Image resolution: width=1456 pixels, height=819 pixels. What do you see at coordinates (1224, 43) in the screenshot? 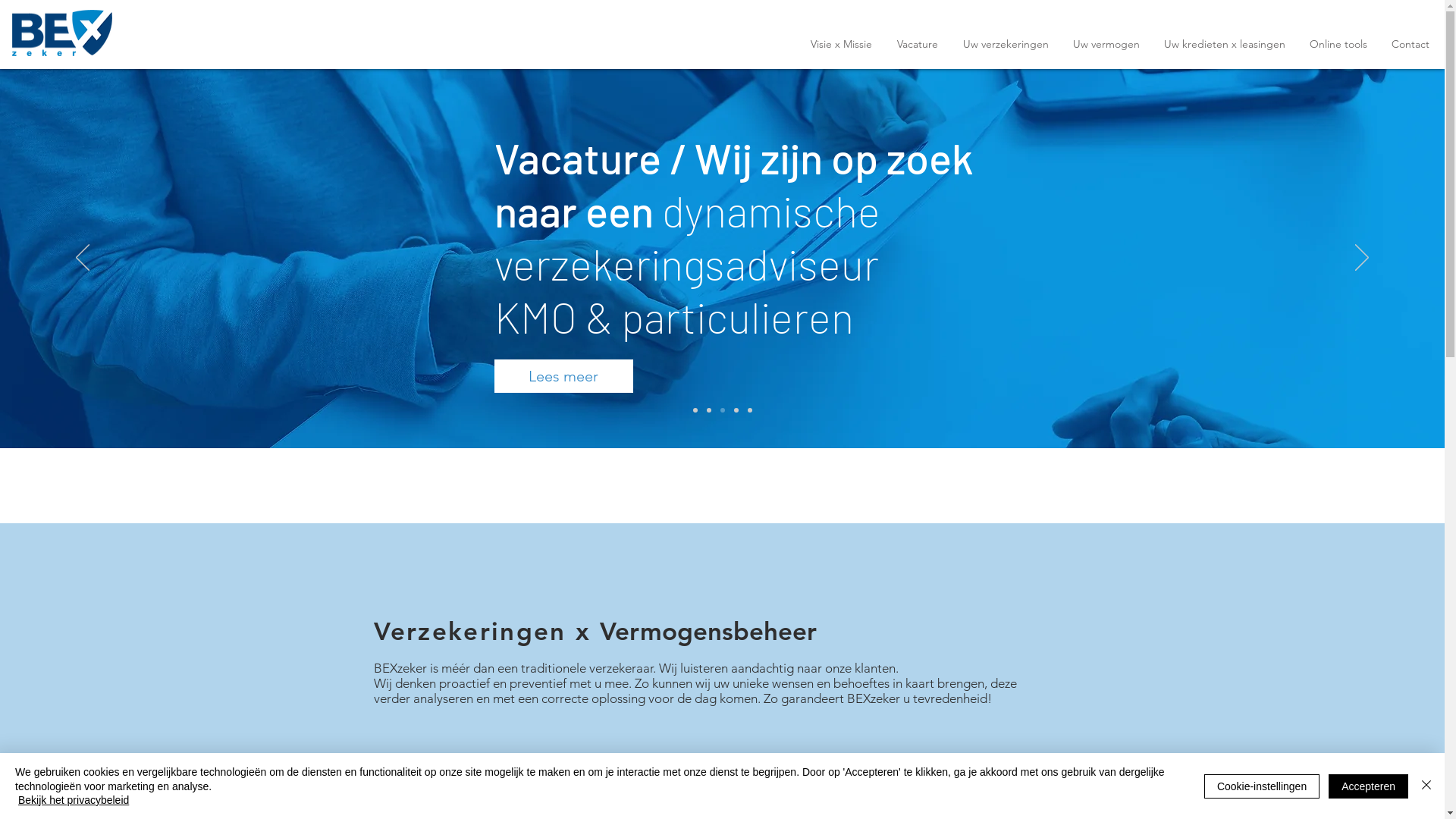
I see `'Uw kredieten x leasingen'` at bounding box center [1224, 43].